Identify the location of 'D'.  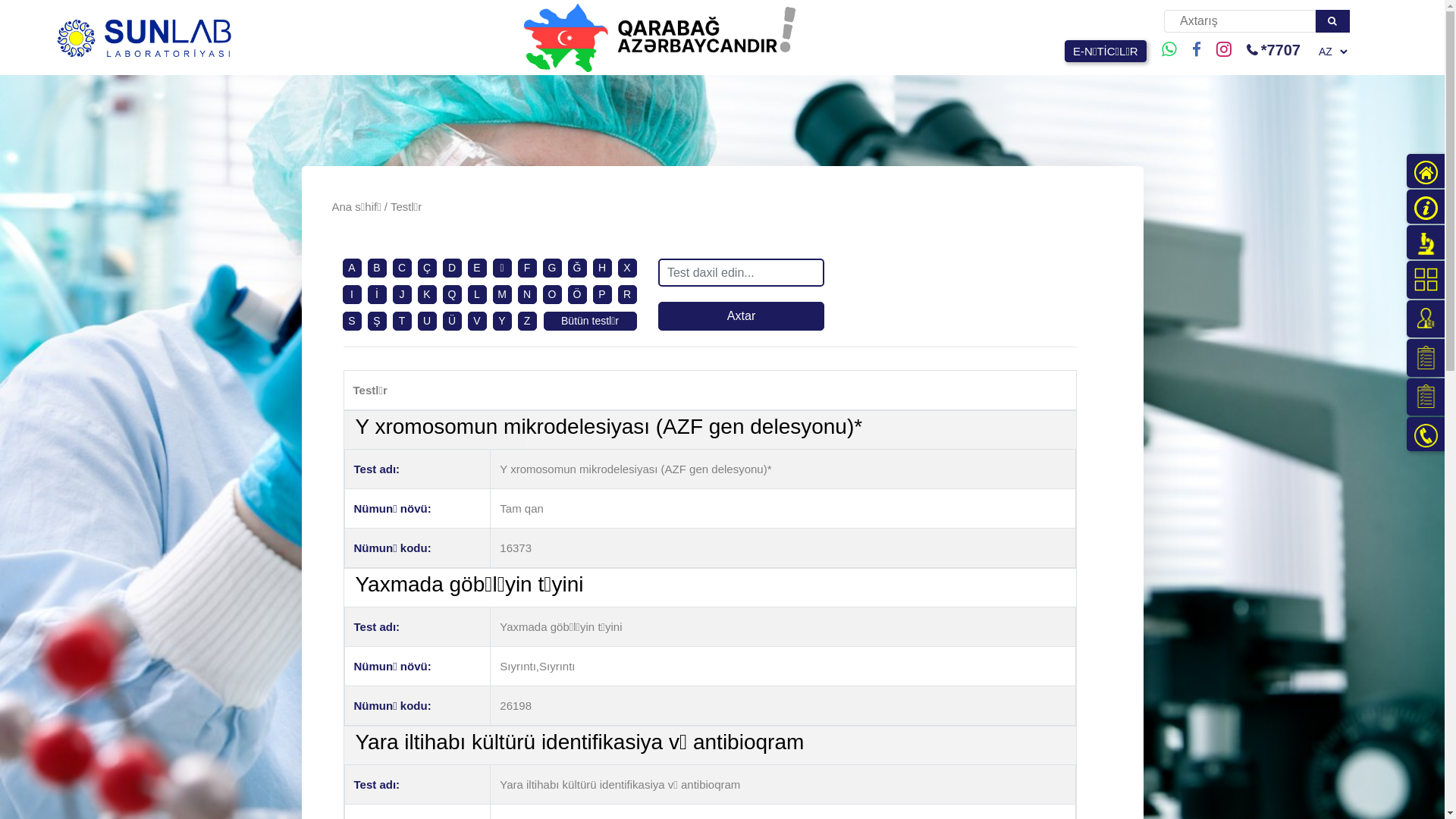
(450, 267).